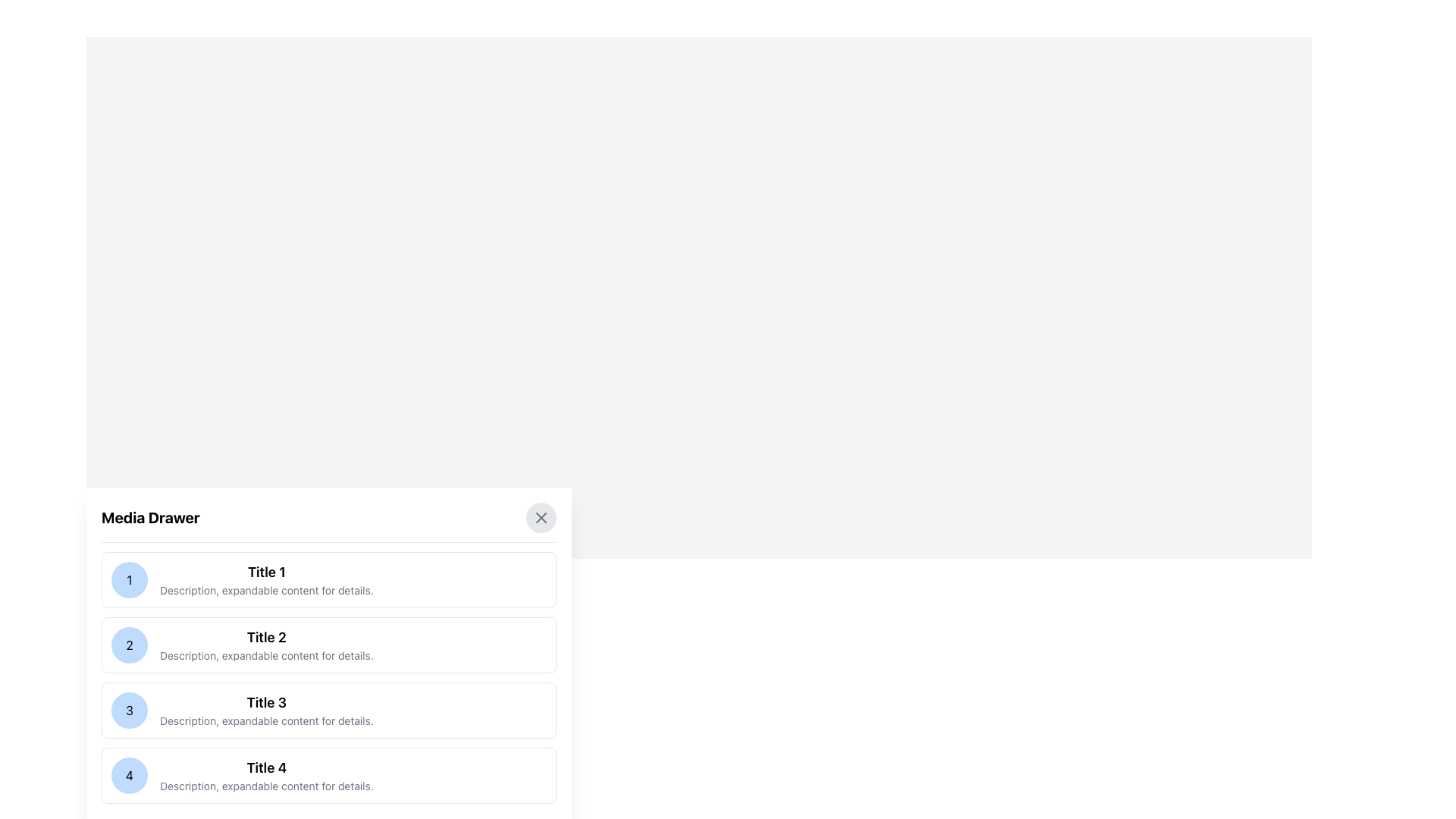 The image size is (1456, 819). What do you see at coordinates (266, 786) in the screenshot?
I see `the static text label that reads 'Description, expandable content for details.' located beneath the heading 'Title 4'` at bounding box center [266, 786].